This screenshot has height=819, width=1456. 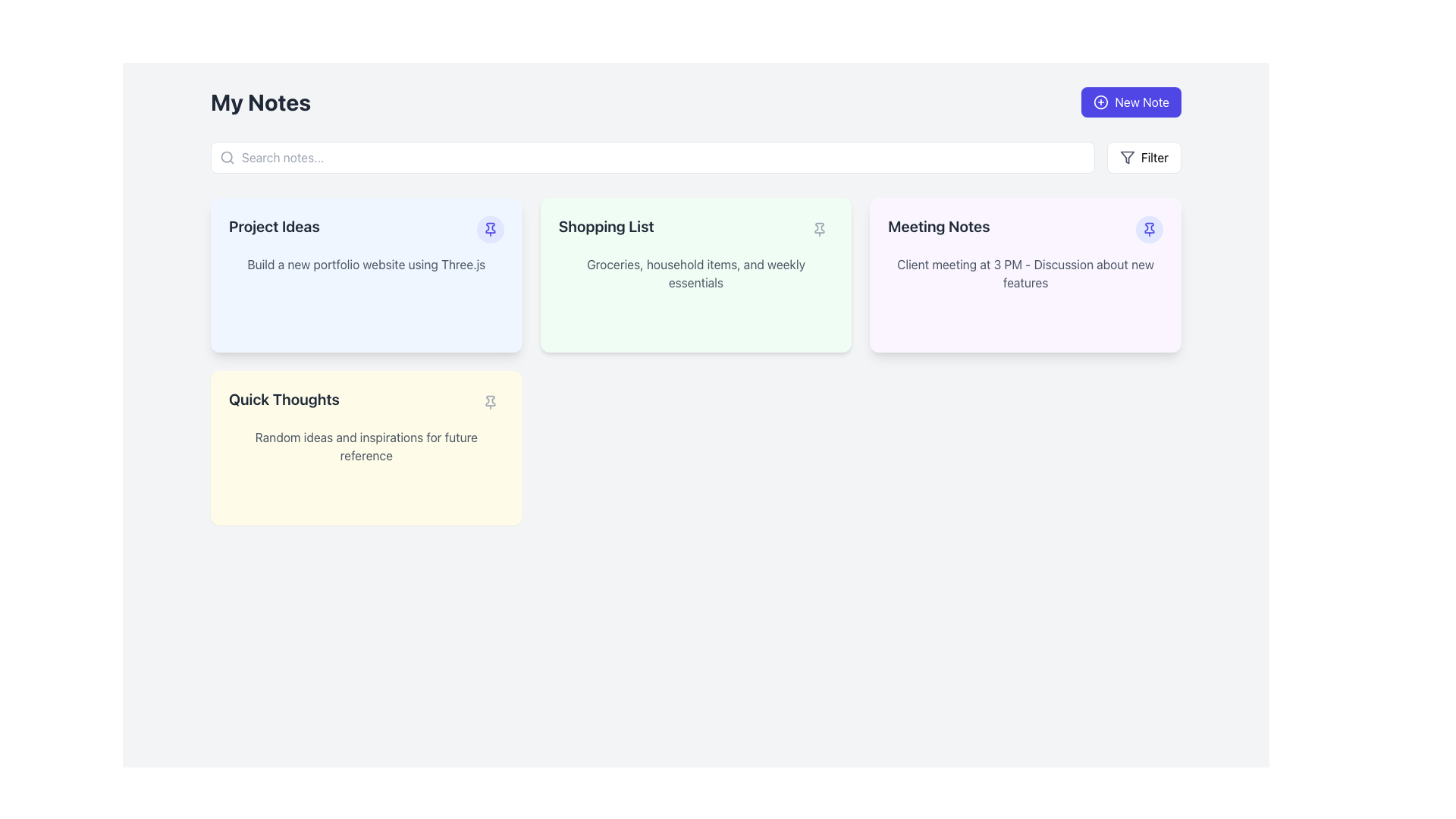 I want to click on the pinned icon located in the top-right corner of the 'Quick Thoughts' note card, so click(x=490, y=400).